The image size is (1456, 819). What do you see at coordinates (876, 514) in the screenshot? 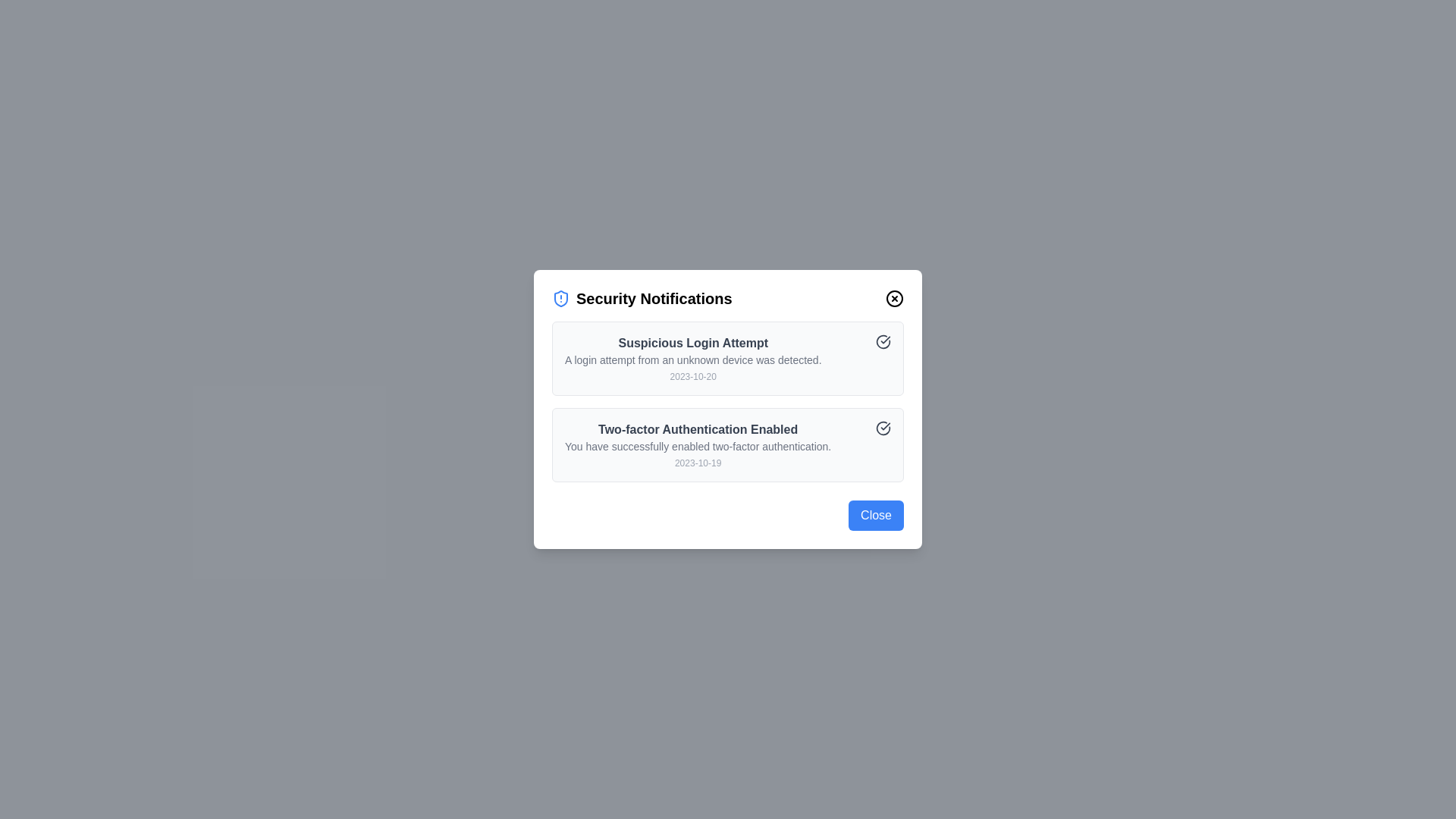
I see `the close button located in the bottom-right corner of the 'Security Notifications' dialog` at bounding box center [876, 514].